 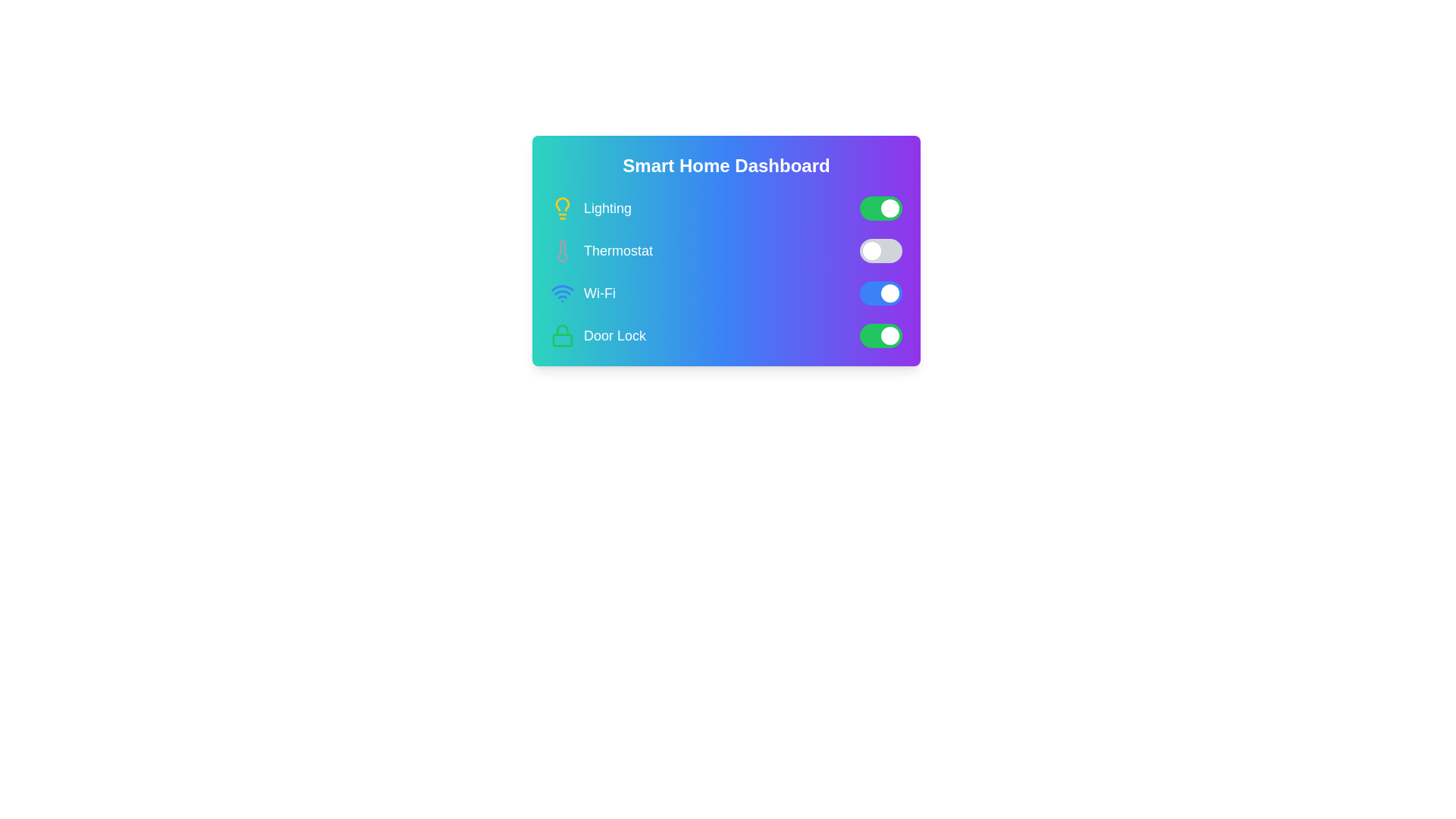 What do you see at coordinates (562, 250) in the screenshot?
I see `the vertical thermometer-like icon located in the 'Thermostat' row of the 'Smart Home Dashboard', positioned to the left of the text 'Thermostat'` at bounding box center [562, 250].